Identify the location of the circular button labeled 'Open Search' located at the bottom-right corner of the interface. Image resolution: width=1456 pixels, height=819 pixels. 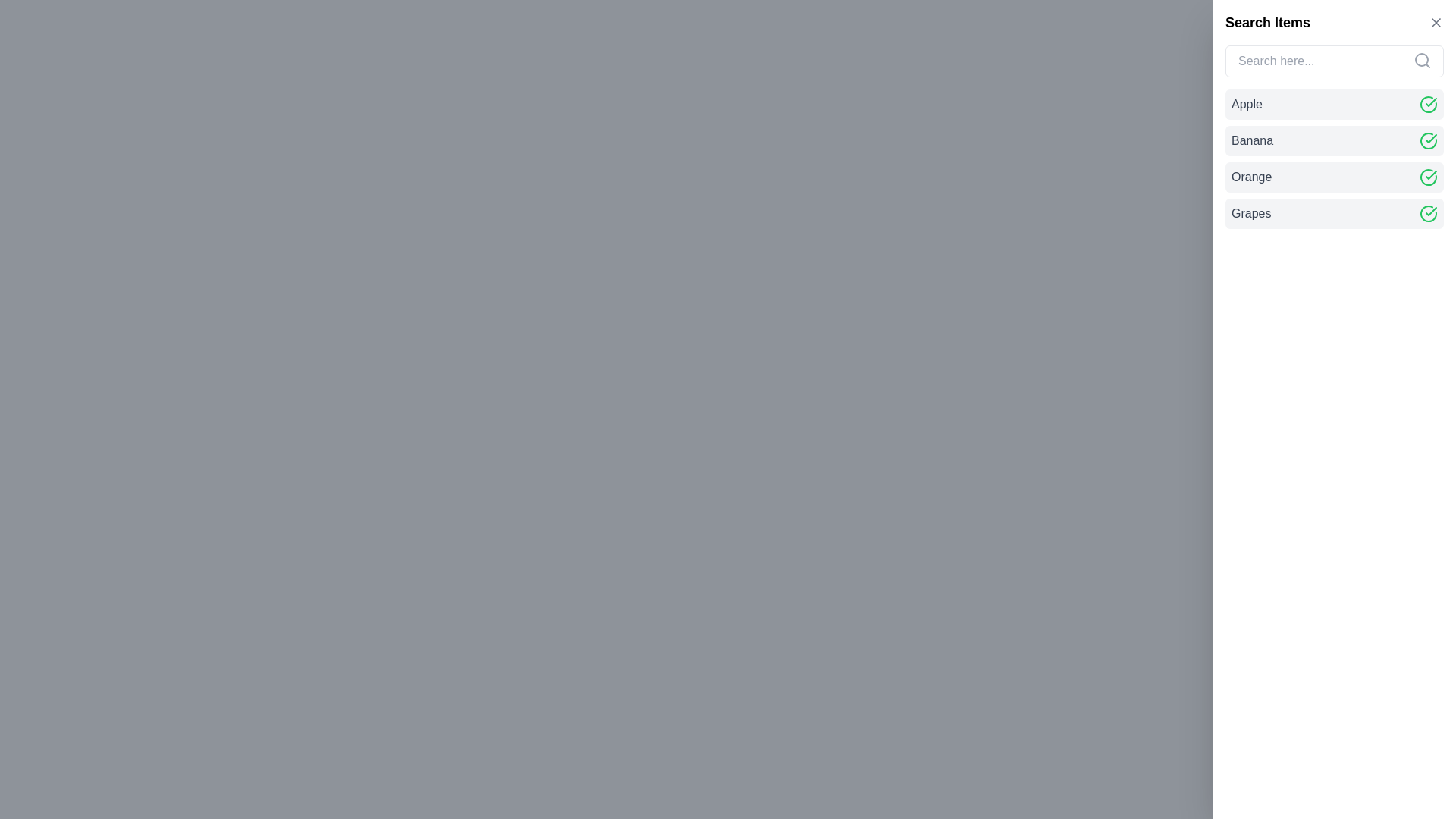
(1398, 788).